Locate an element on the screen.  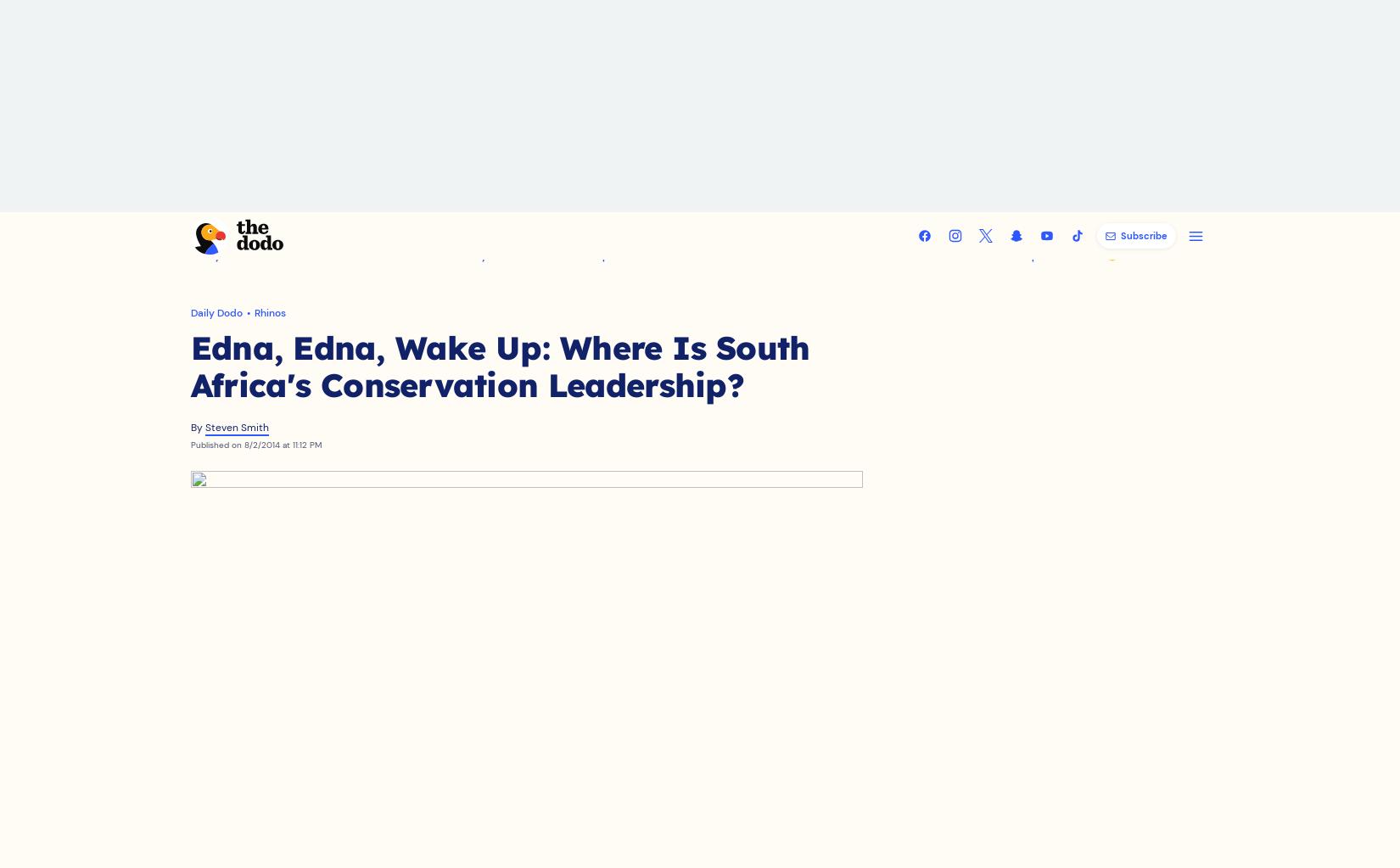
'Dodo Kids' is located at coordinates (969, 273).